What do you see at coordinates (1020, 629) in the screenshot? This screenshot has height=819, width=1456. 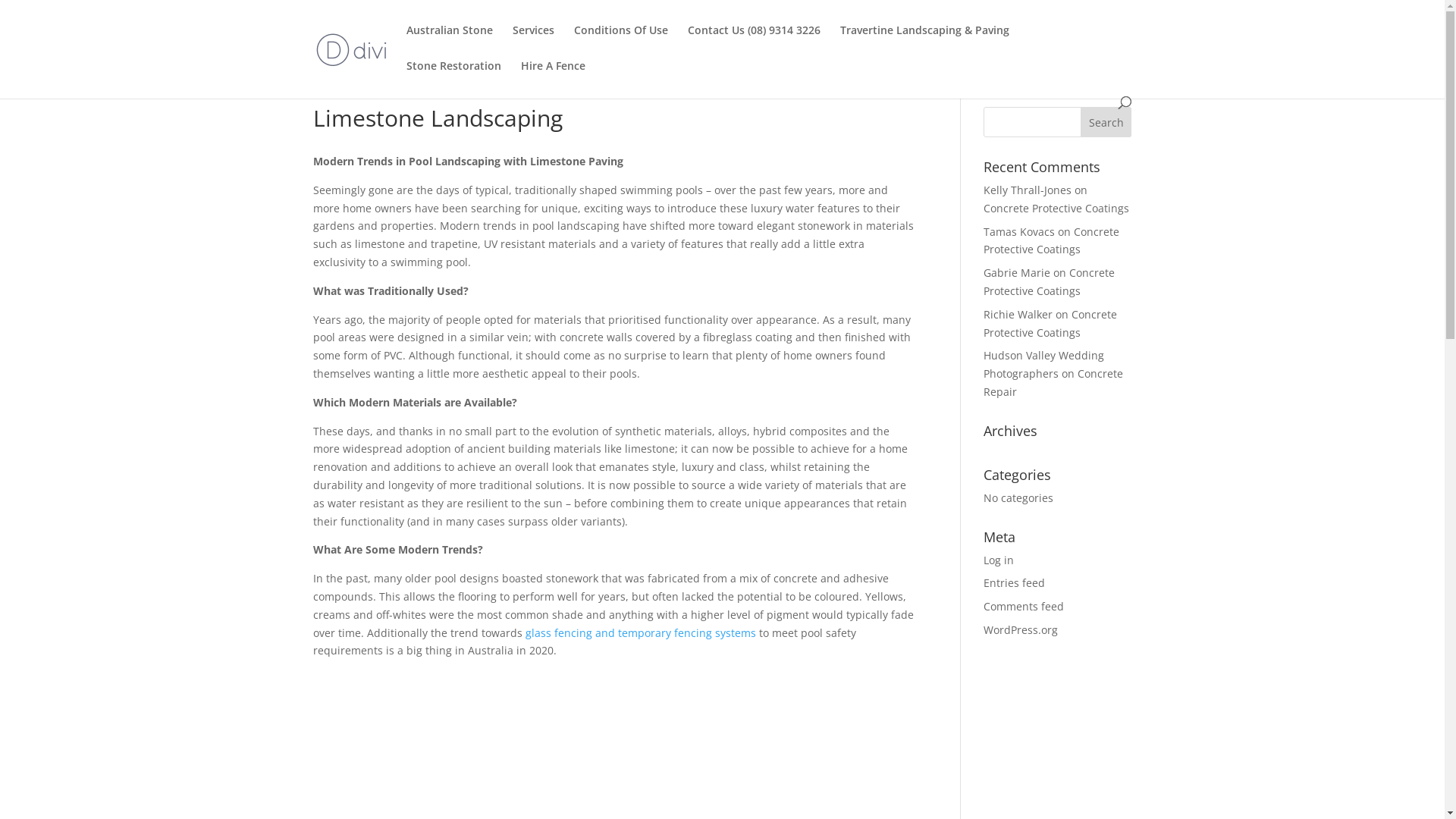 I see `'WordPress.org'` at bounding box center [1020, 629].